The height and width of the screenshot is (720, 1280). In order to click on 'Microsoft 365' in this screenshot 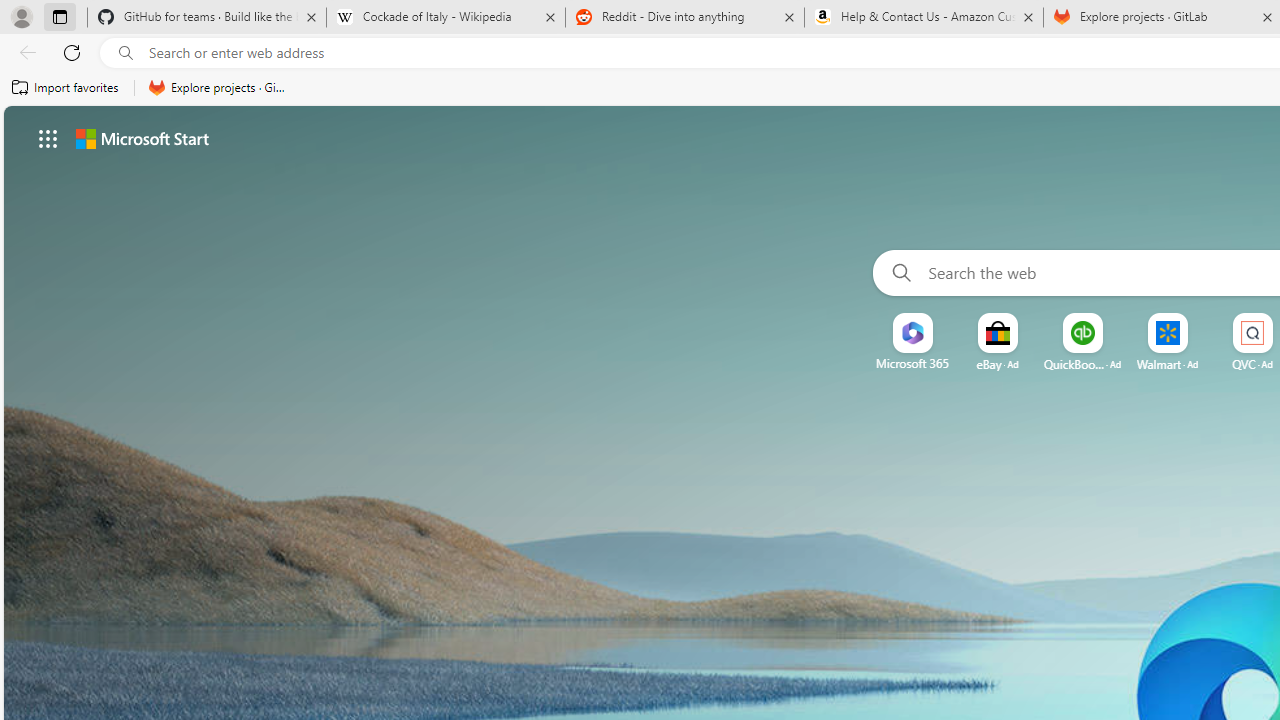, I will do `click(911, 363)`.